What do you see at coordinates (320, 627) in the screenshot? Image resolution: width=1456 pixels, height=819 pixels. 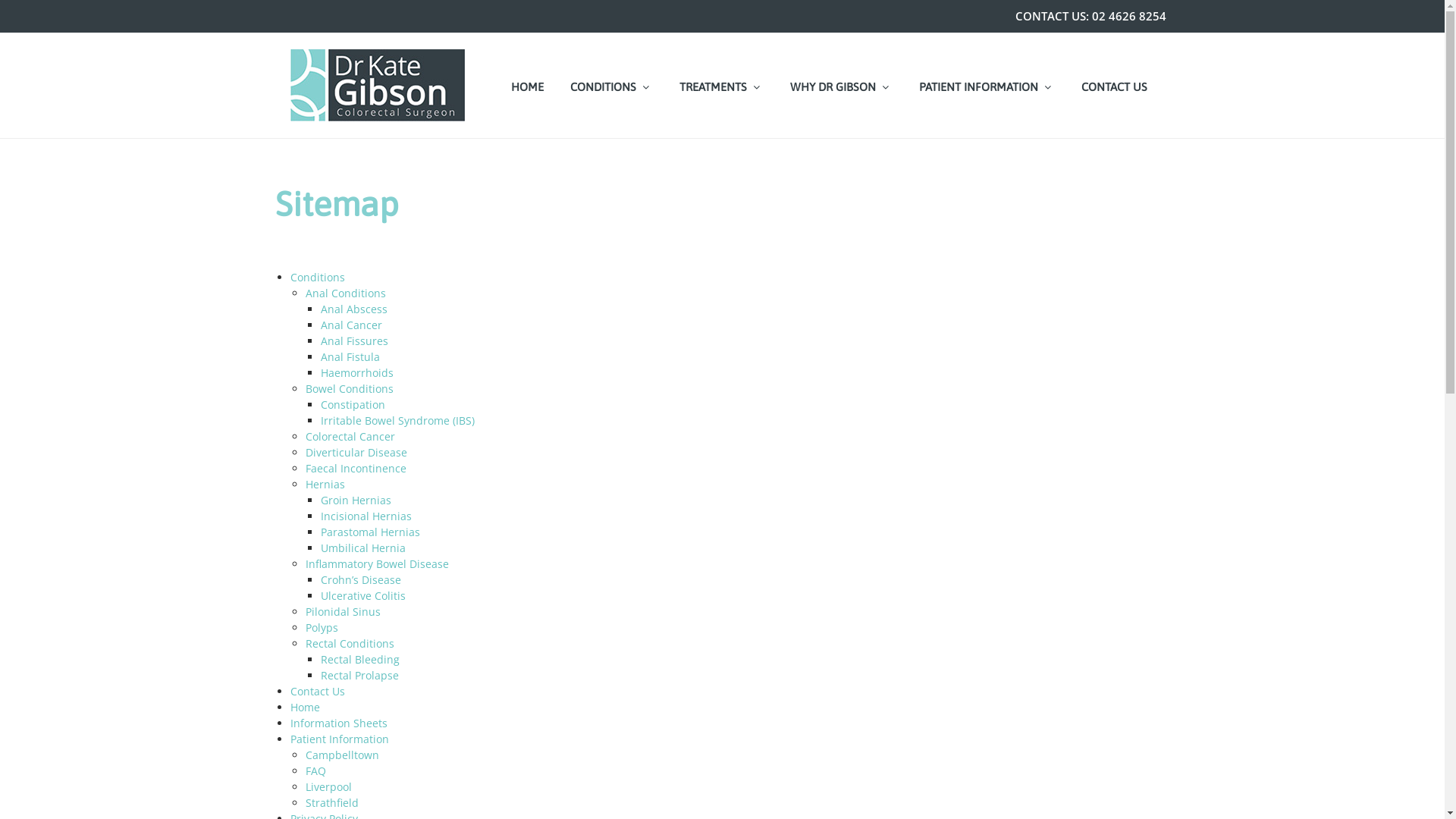 I see `'Polyps'` at bounding box center [320, 627].